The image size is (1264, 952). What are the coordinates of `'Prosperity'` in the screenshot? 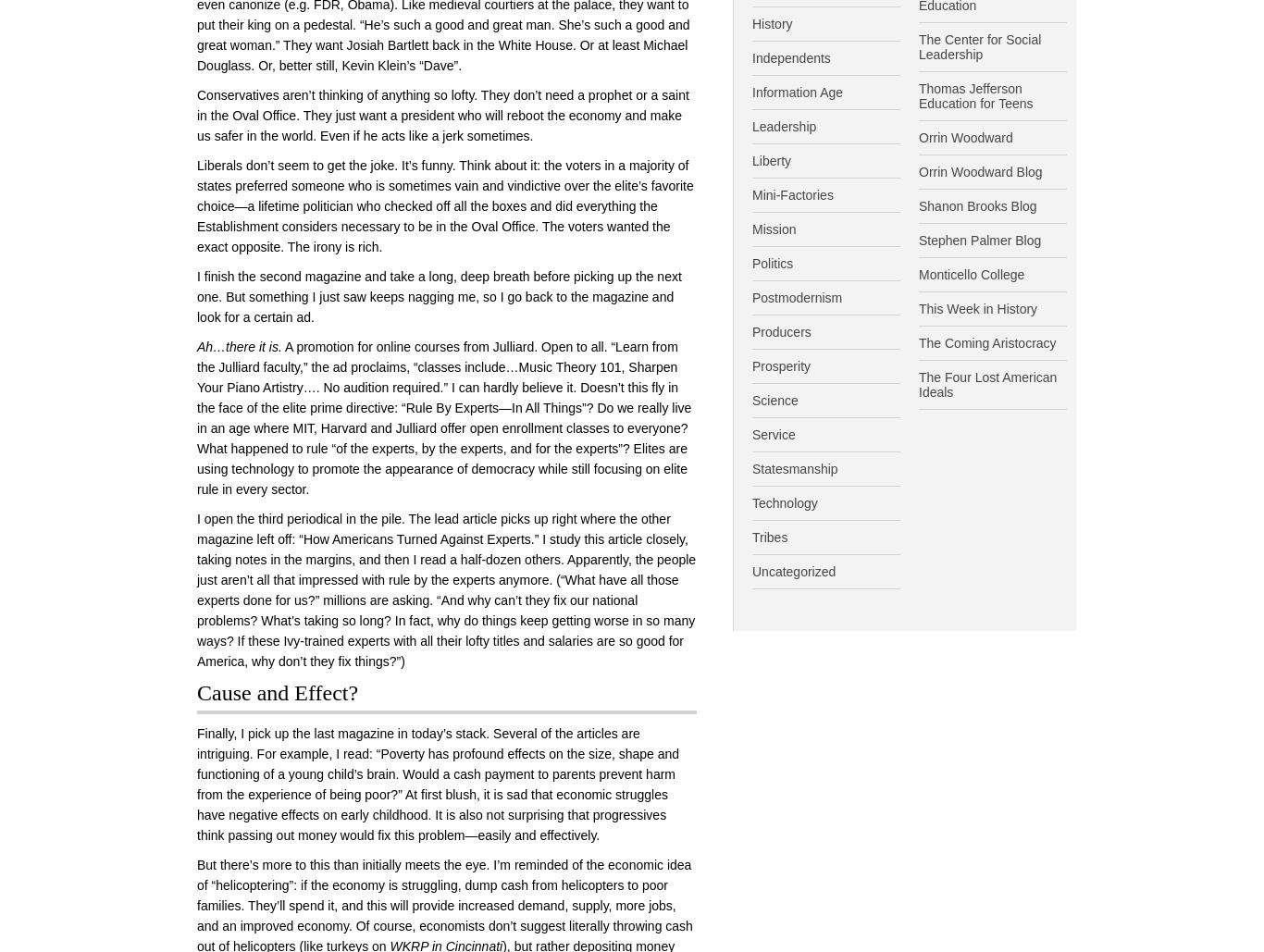 It's located at (780, 365).